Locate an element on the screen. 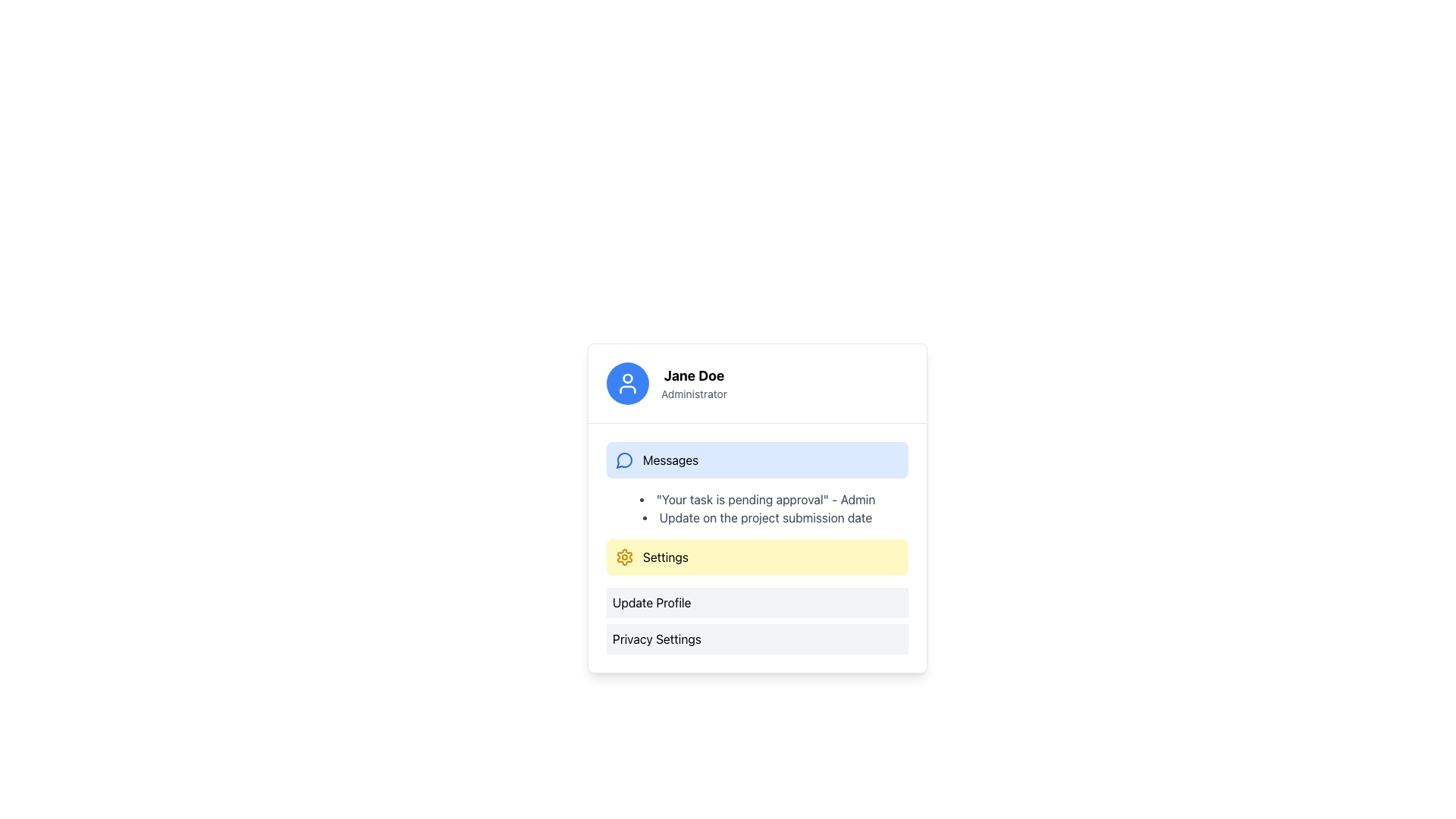 This screenshot has width=1456, height=819. the speech bubble icon in the 'Messages' section, which has a blue stroke and is positioned to the left of the 'Messages' label is located at coordinates (624, 460).